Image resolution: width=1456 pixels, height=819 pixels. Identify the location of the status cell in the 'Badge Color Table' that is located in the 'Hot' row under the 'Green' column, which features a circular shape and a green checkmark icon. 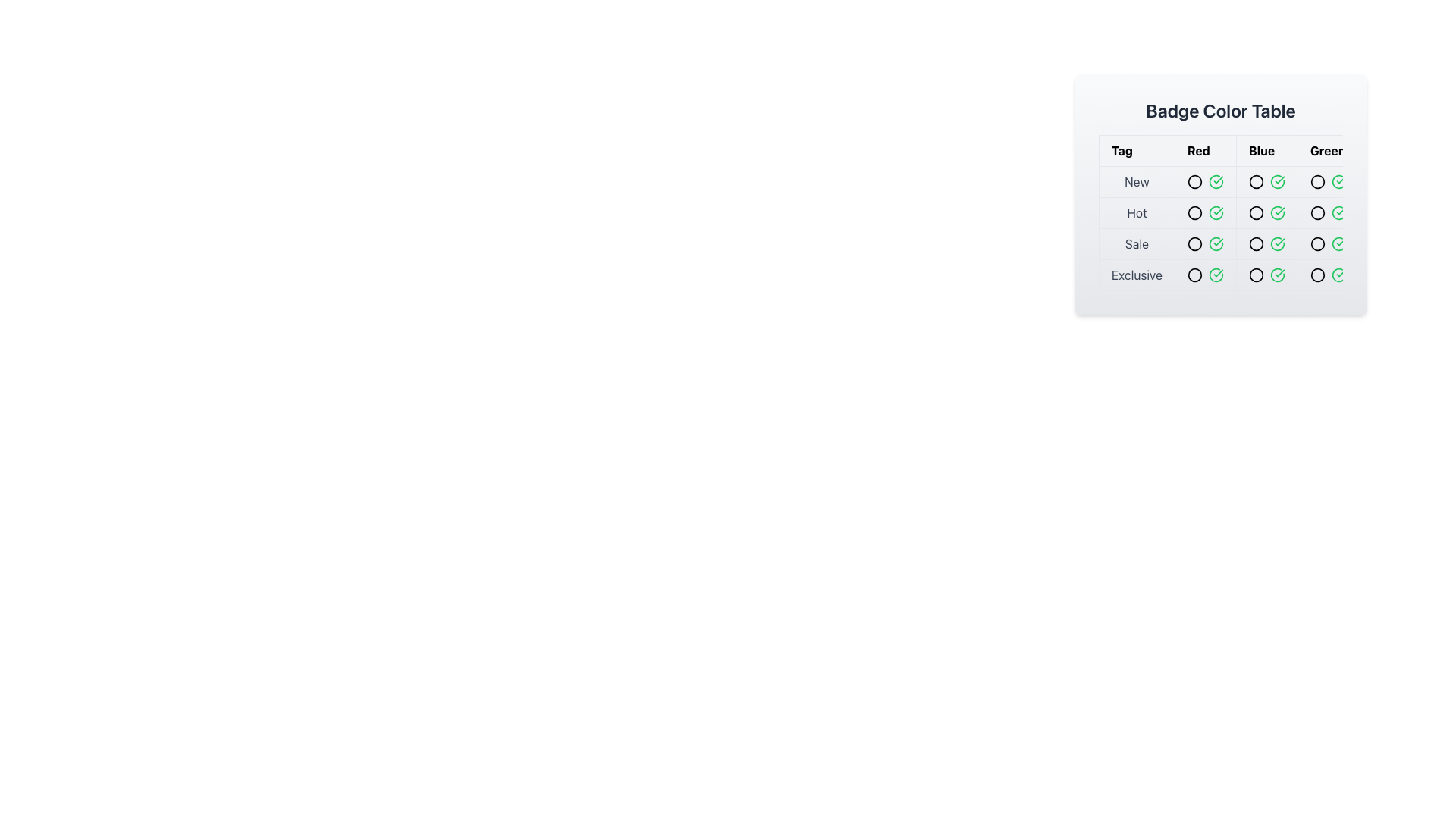
(1327, 213).